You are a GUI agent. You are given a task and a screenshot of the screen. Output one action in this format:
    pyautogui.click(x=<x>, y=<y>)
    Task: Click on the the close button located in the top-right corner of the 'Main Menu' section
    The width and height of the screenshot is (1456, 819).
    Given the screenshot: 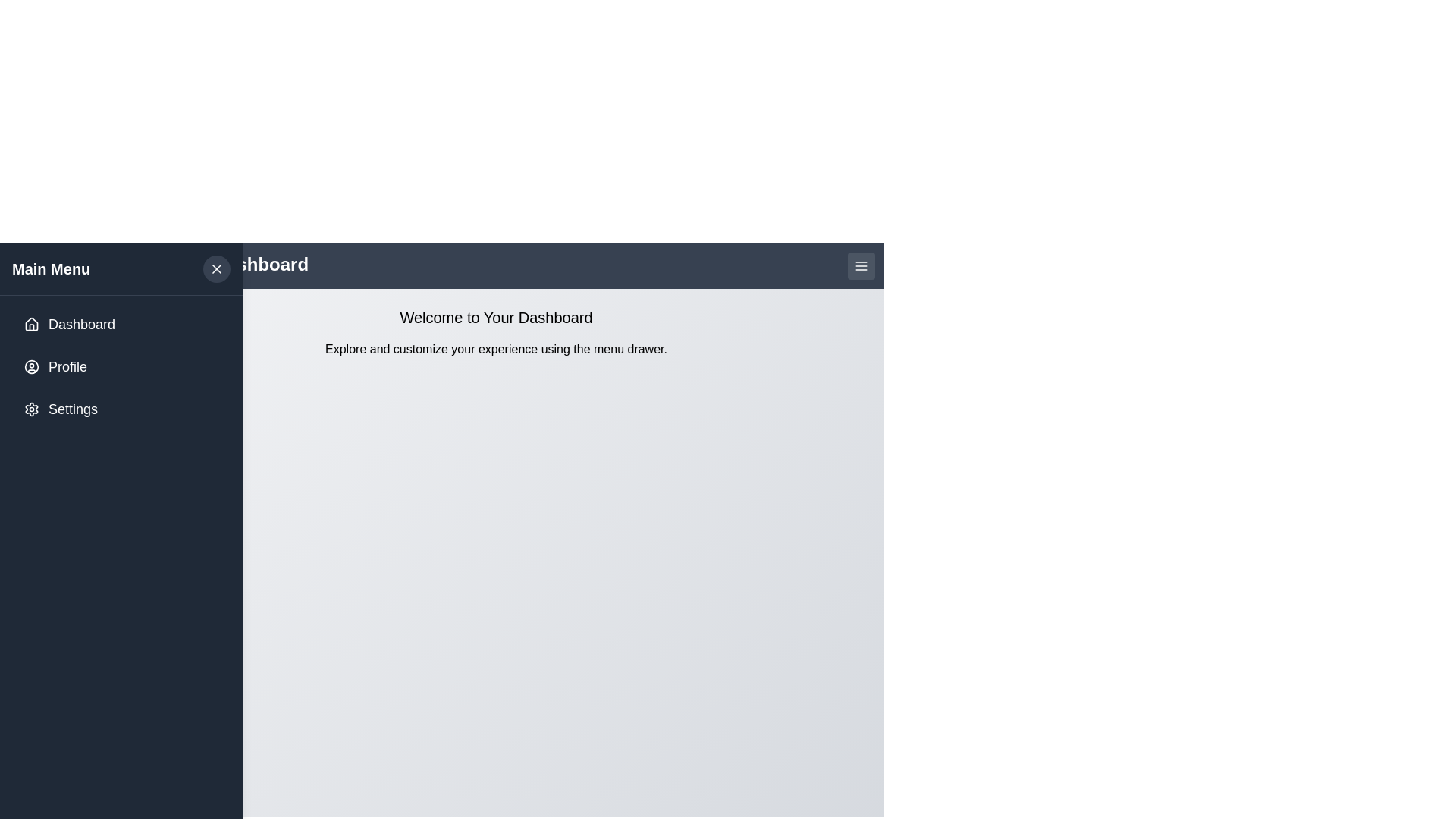 What is the action you would take?
    pyautogui.click(x=216, y=268)
    